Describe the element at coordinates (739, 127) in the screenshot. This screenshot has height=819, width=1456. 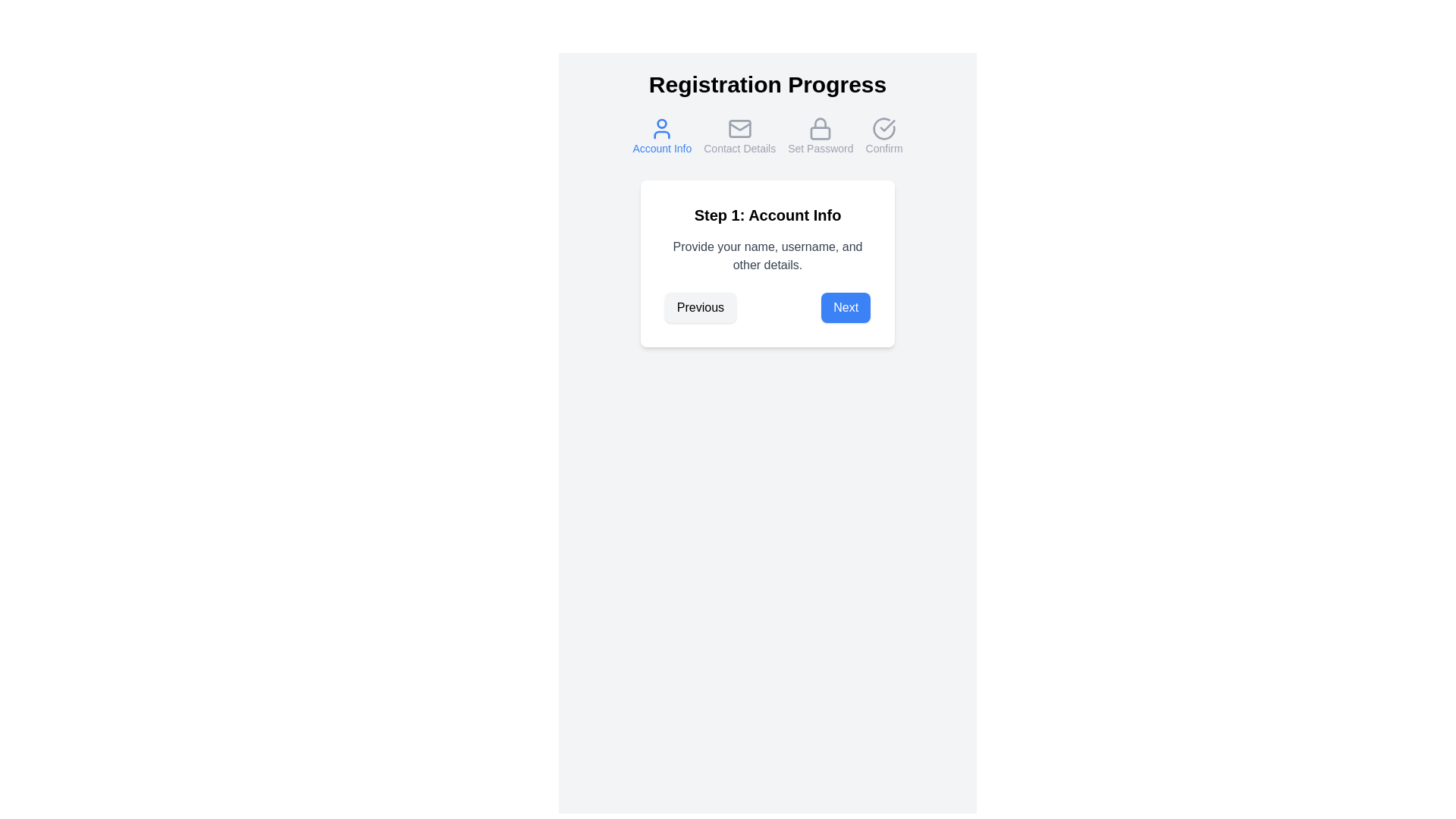
I see `the rectangular element with curved corners that is located within the envelope icon representing 'Contact Details' in the navigation bar` at that location.